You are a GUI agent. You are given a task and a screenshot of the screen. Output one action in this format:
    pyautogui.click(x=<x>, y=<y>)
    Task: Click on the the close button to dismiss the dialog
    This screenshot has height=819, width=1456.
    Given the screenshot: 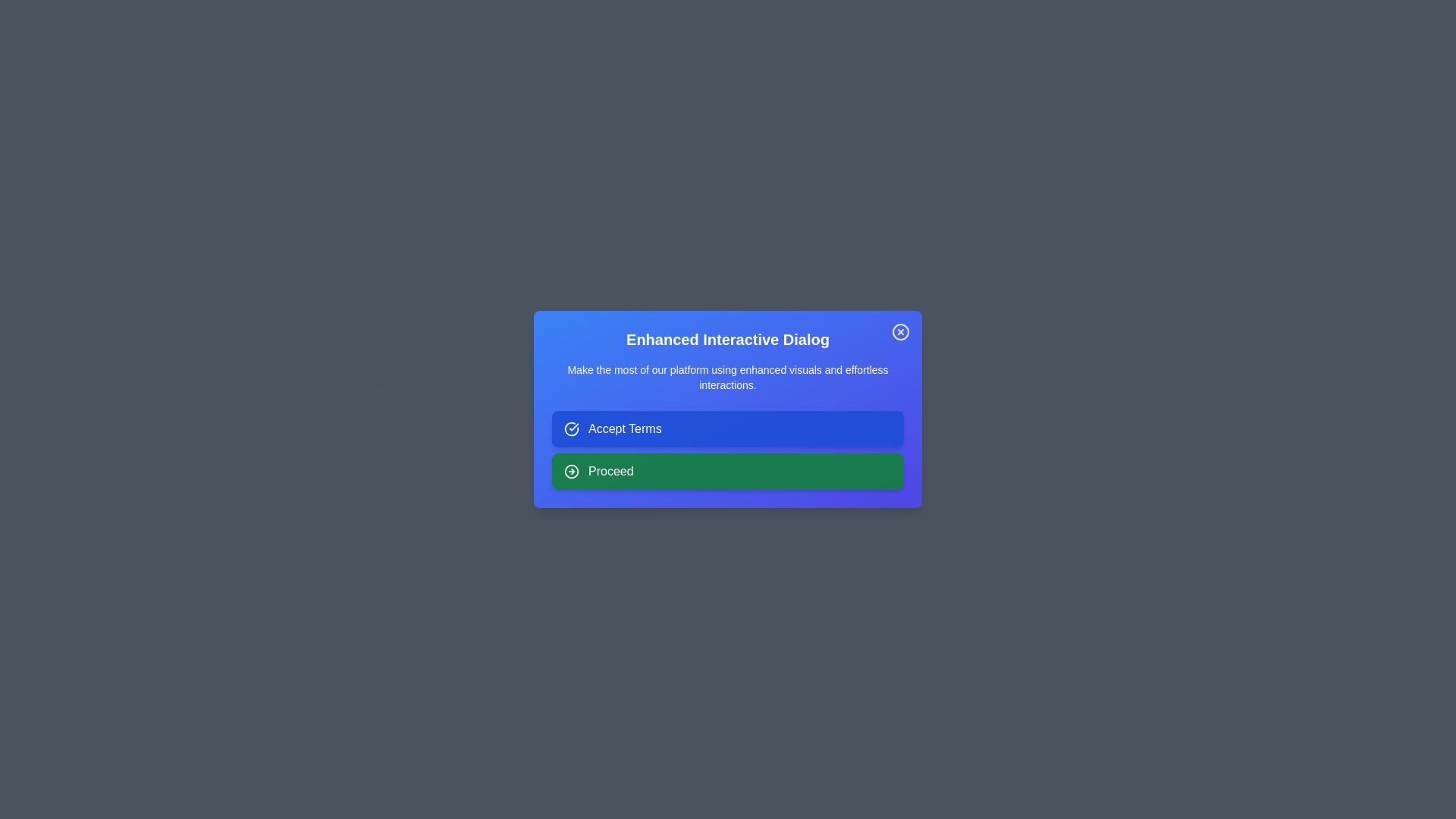 What is the action you would take?
    pyautogui.click(x=901, y=331)
    